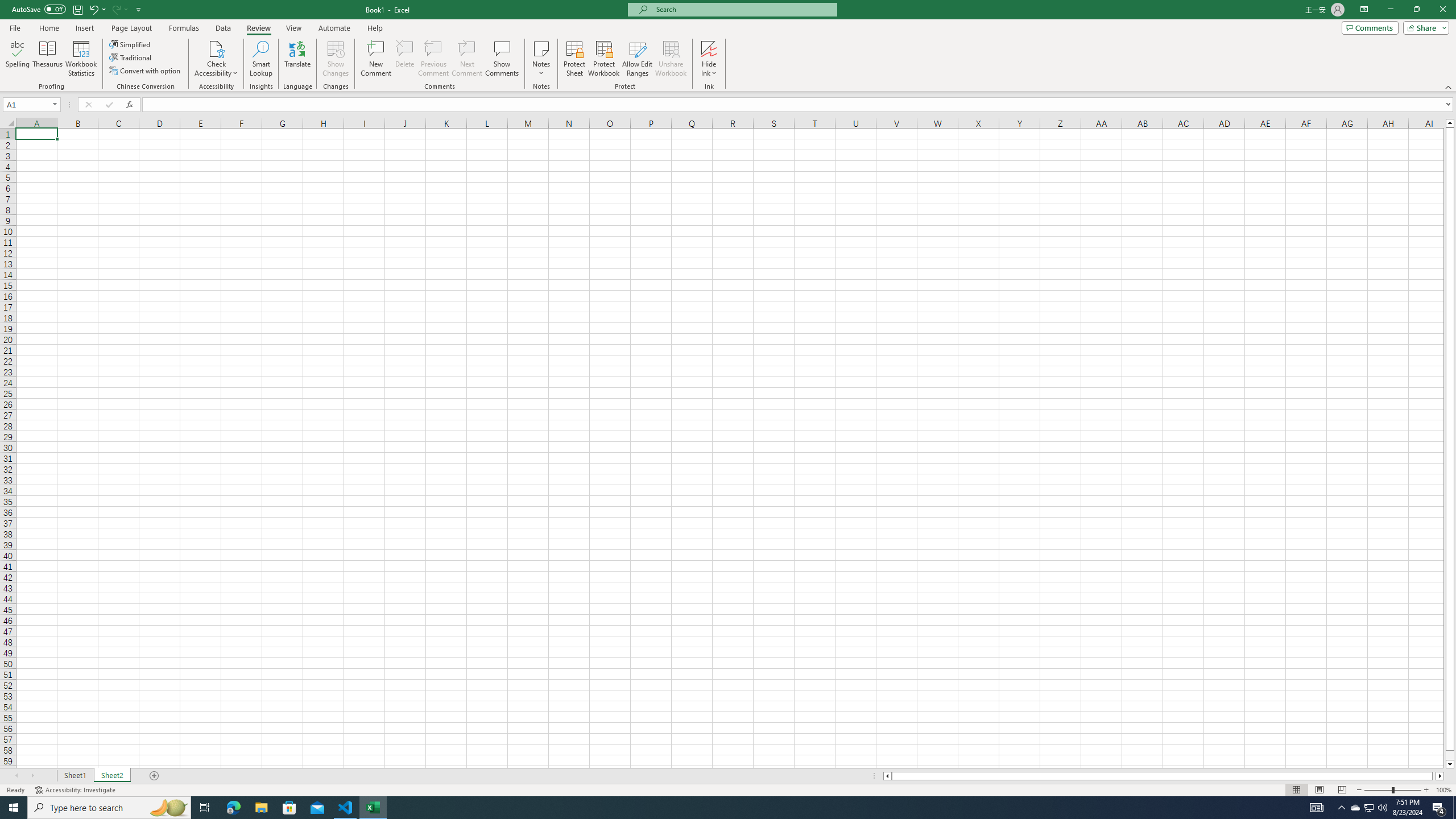  I want to click on 'Protect Workbook...', so click(603, 59).